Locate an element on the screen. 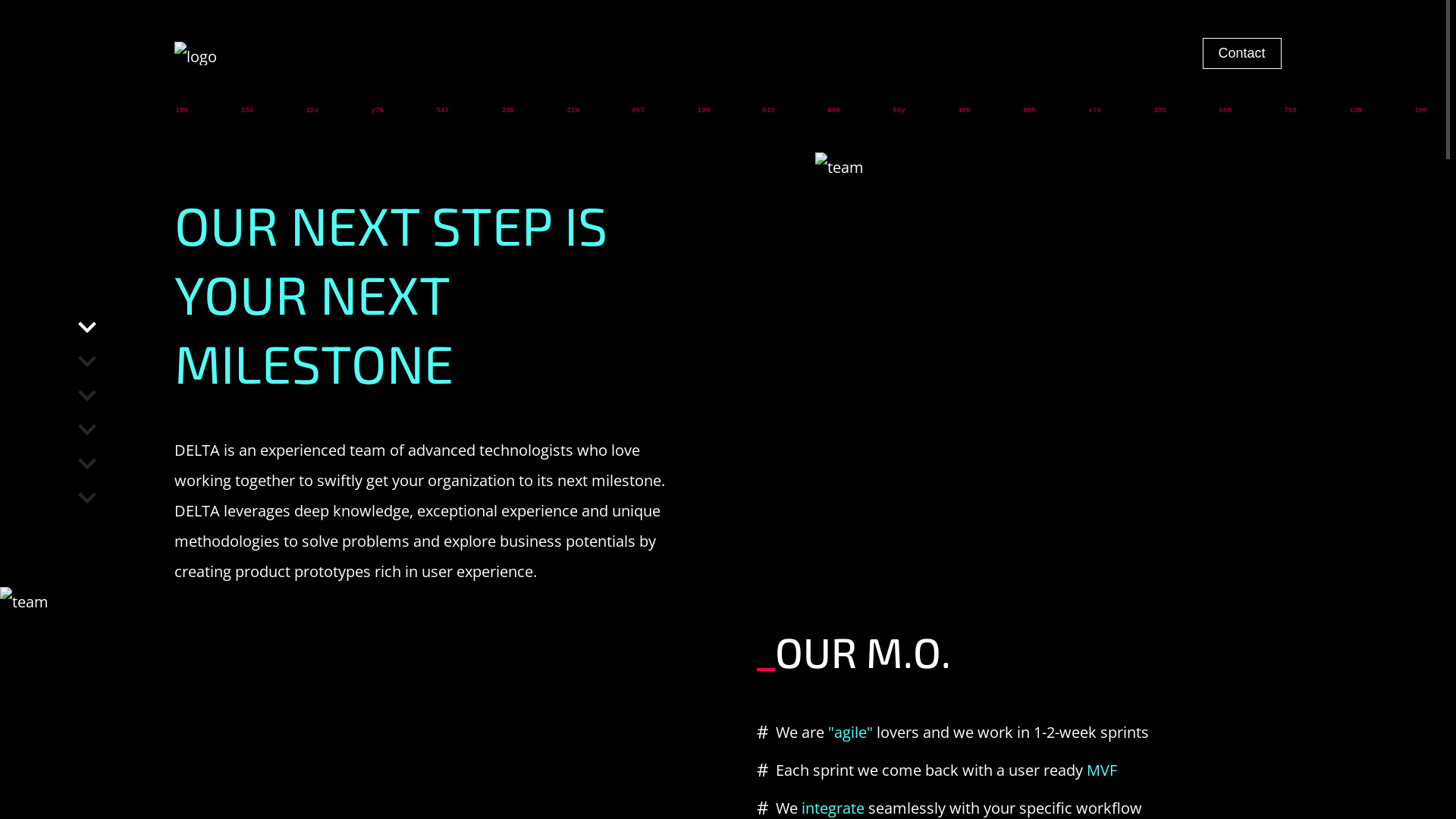  'Contact' is located at coordinates (1241, 52).